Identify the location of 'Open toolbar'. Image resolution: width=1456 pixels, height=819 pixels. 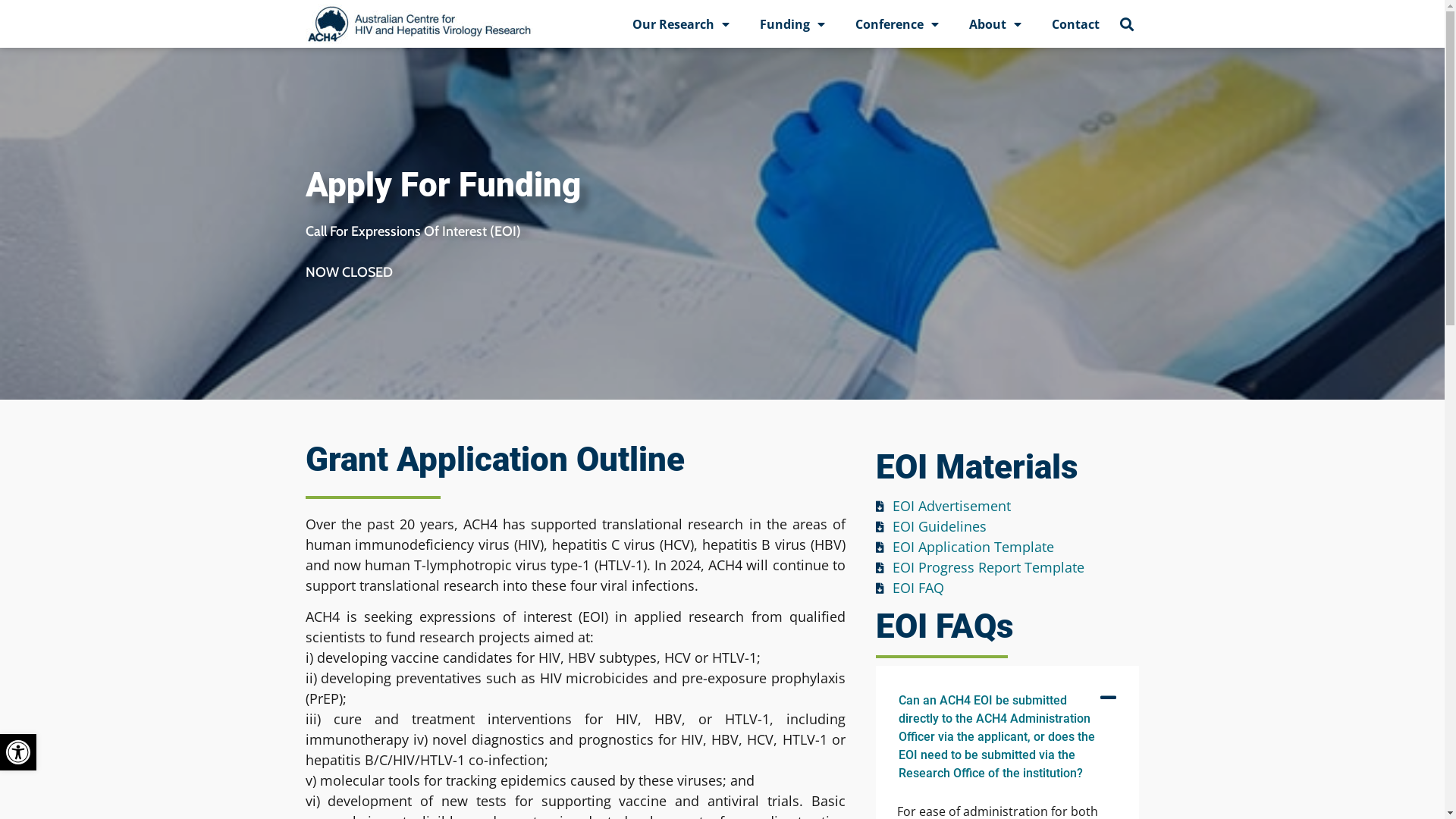
(0, 752).